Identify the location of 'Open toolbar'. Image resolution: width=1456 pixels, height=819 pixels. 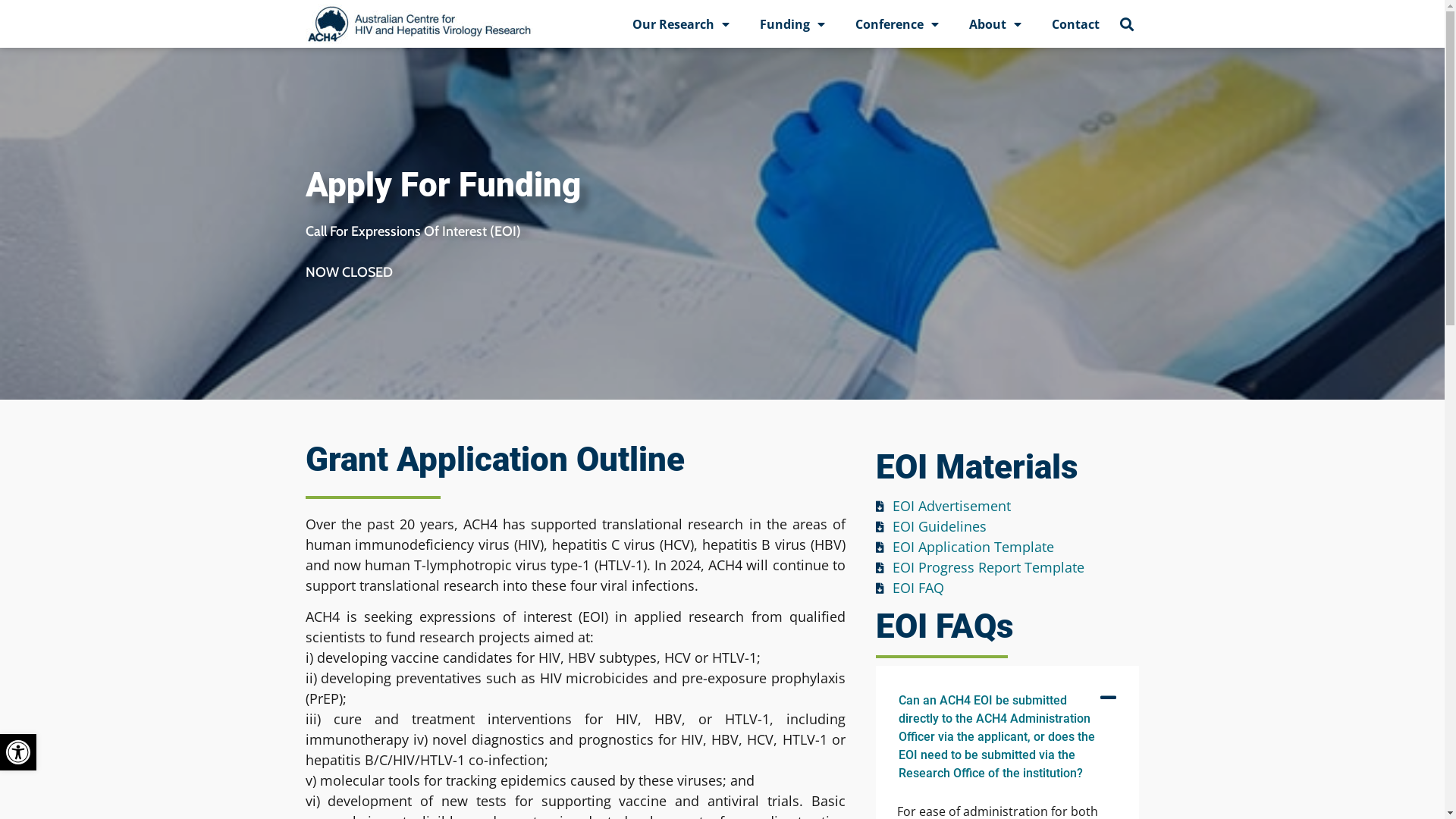
(0, 752).